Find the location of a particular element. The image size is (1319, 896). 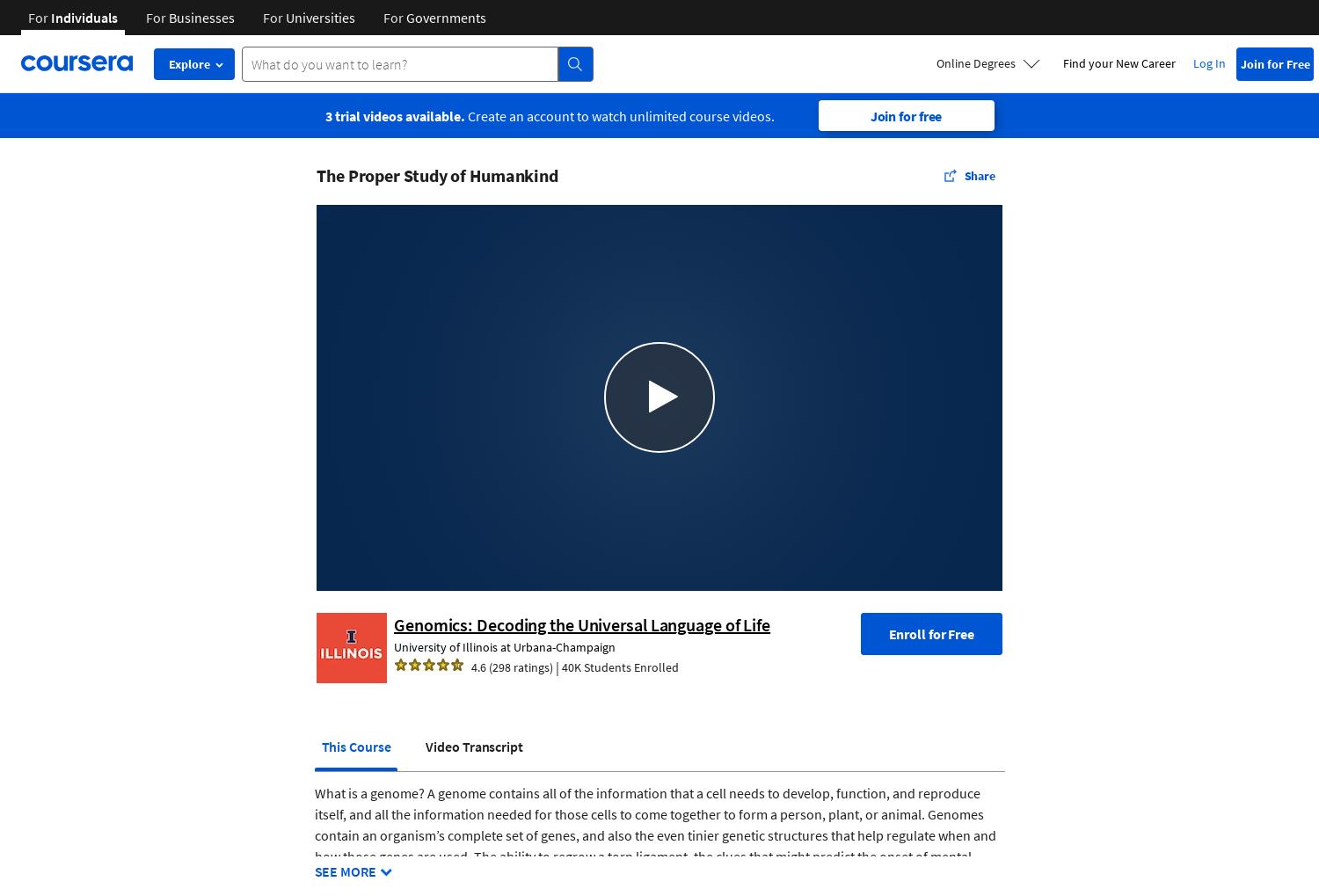

'3 trial videos available.' is located at coordinates (393, 114).